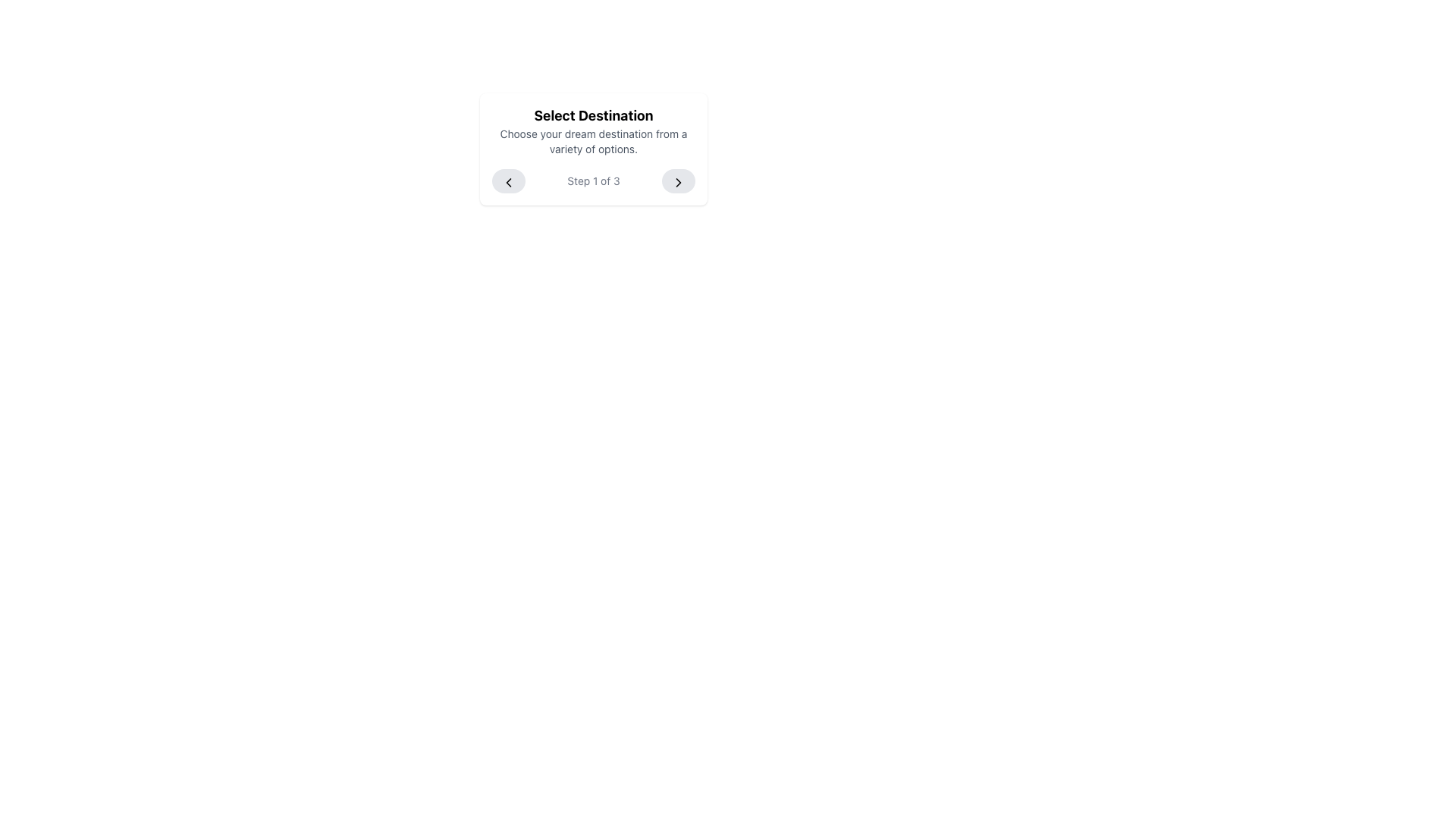  What do you see at coordinates (509, 180) in the screenshot?
I see `the left-facing chevron icon button within the circular button for navigation located to the left of the 'Select Destination' card` at bounding box center [509, 180].